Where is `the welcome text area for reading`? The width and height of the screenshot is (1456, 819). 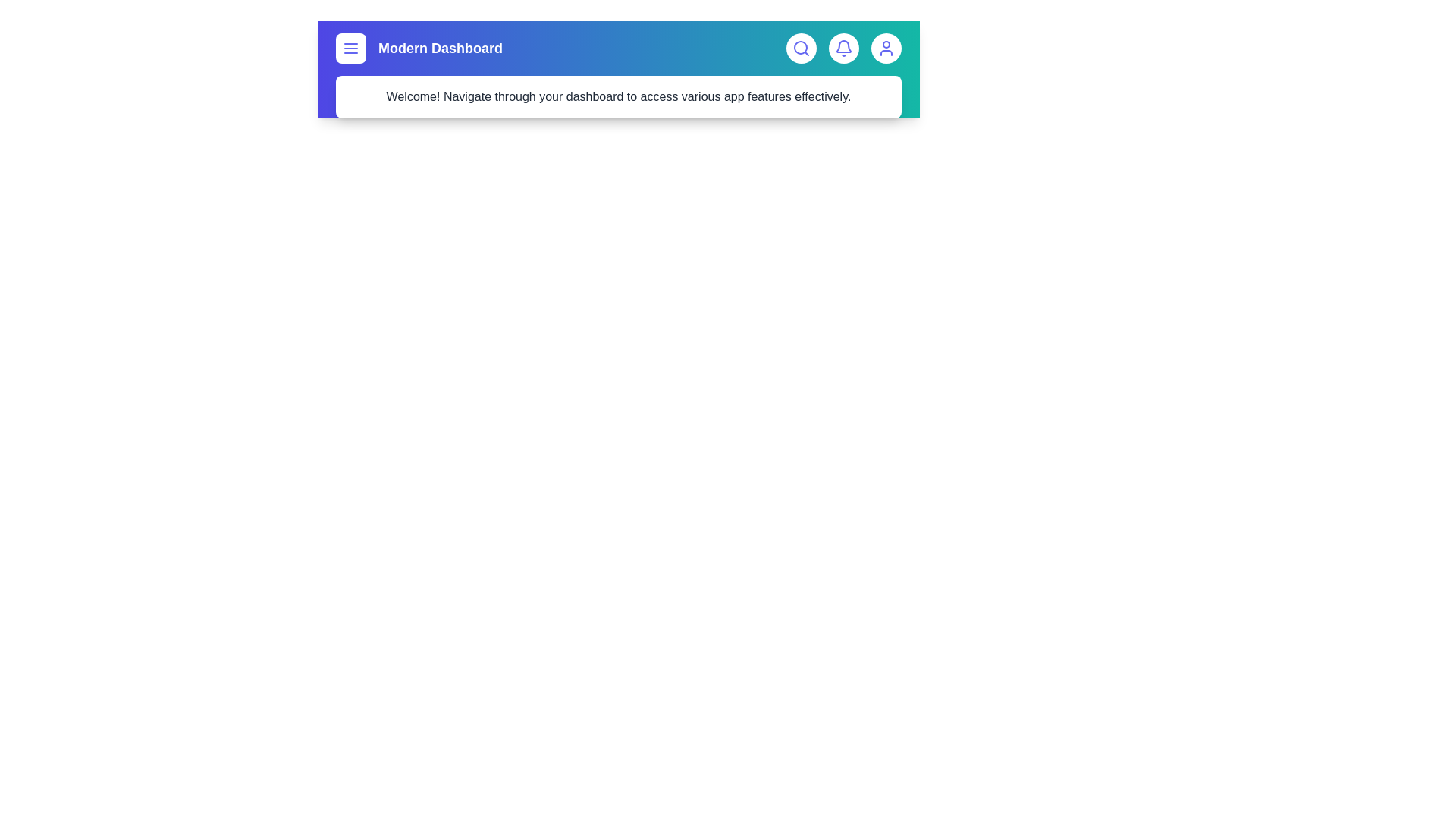
the welcome text area for reading is located at coordinates (619, 96).